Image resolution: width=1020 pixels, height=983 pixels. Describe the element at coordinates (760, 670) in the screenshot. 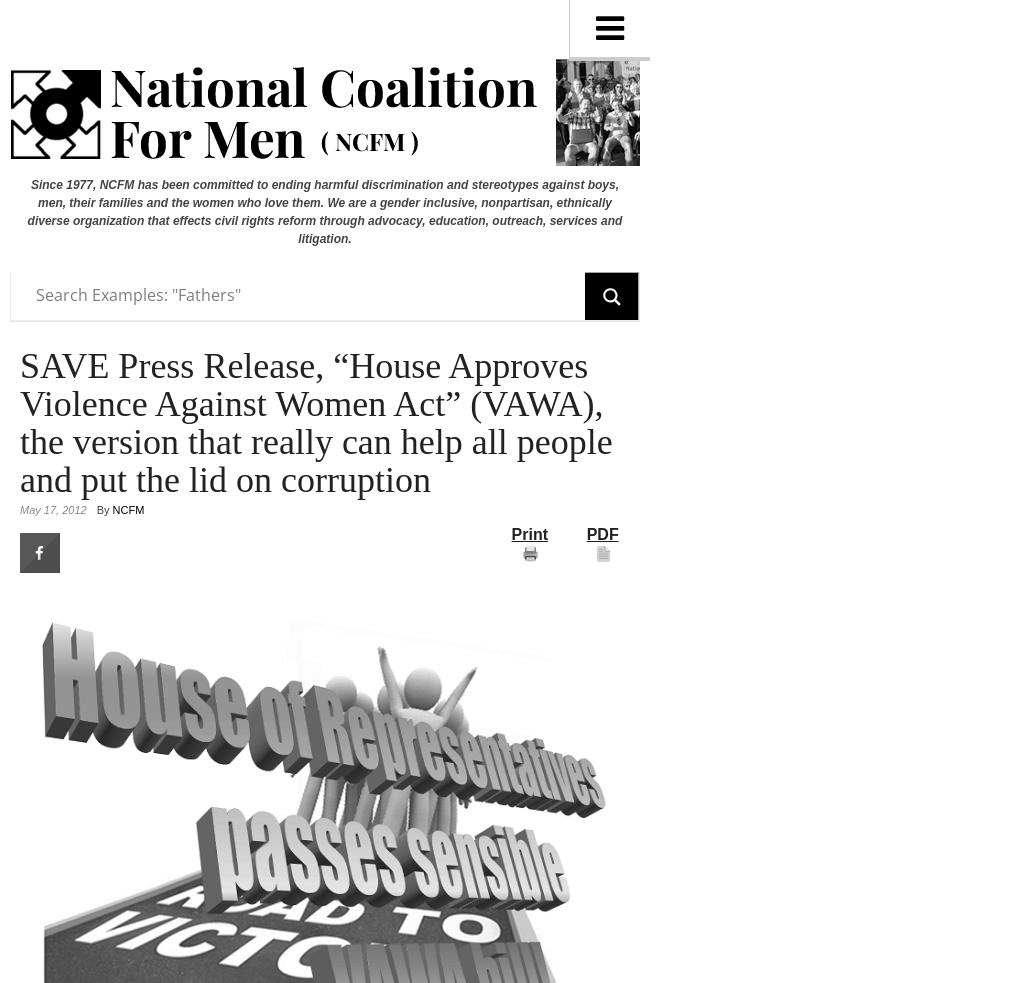

I see `'Lea Perritt, PhD/Psychologist'` at that location.